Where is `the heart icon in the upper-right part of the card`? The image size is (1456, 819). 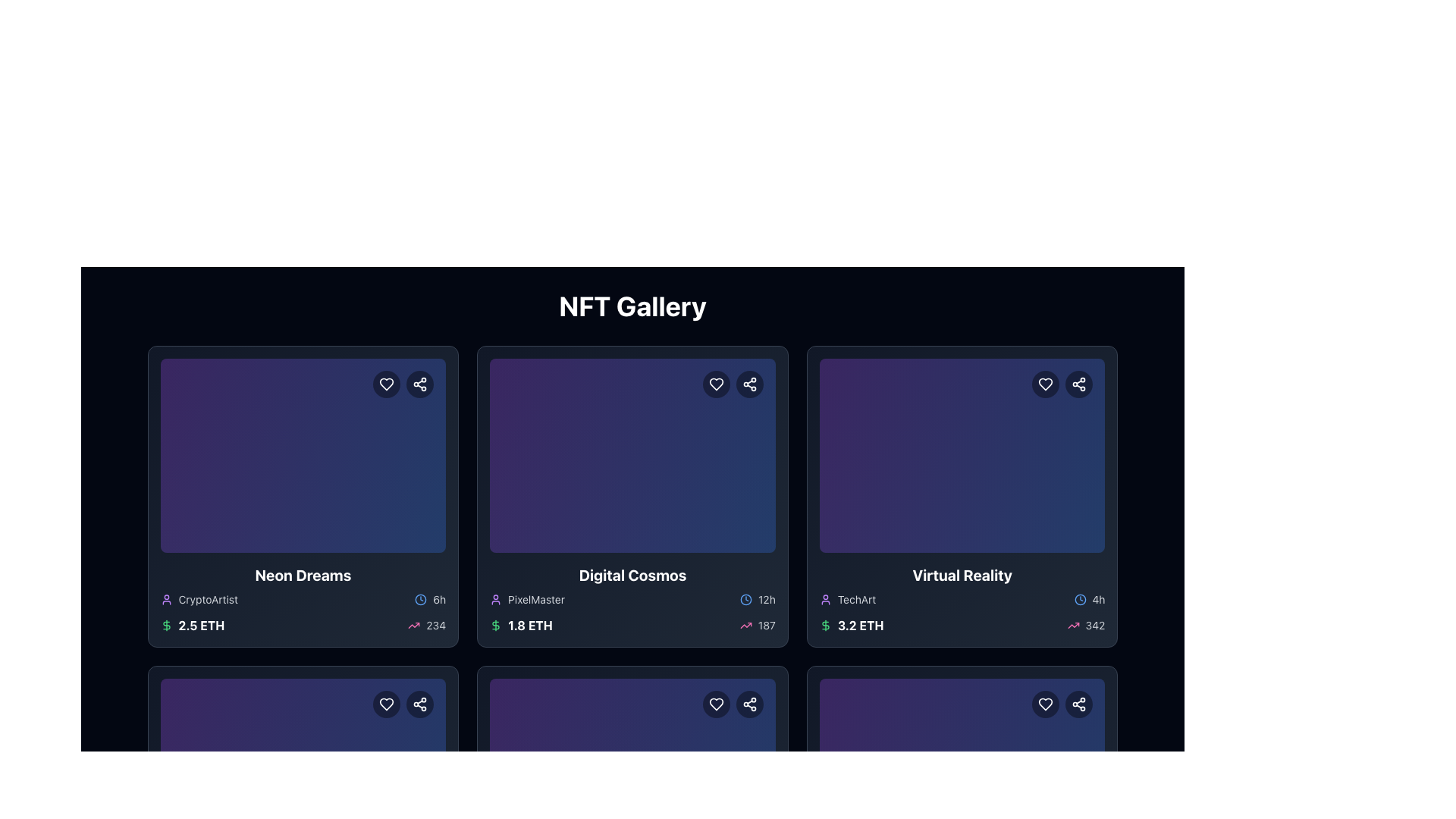
the heart icon in the upper-right part of the card is located at coordinates (733, 383).